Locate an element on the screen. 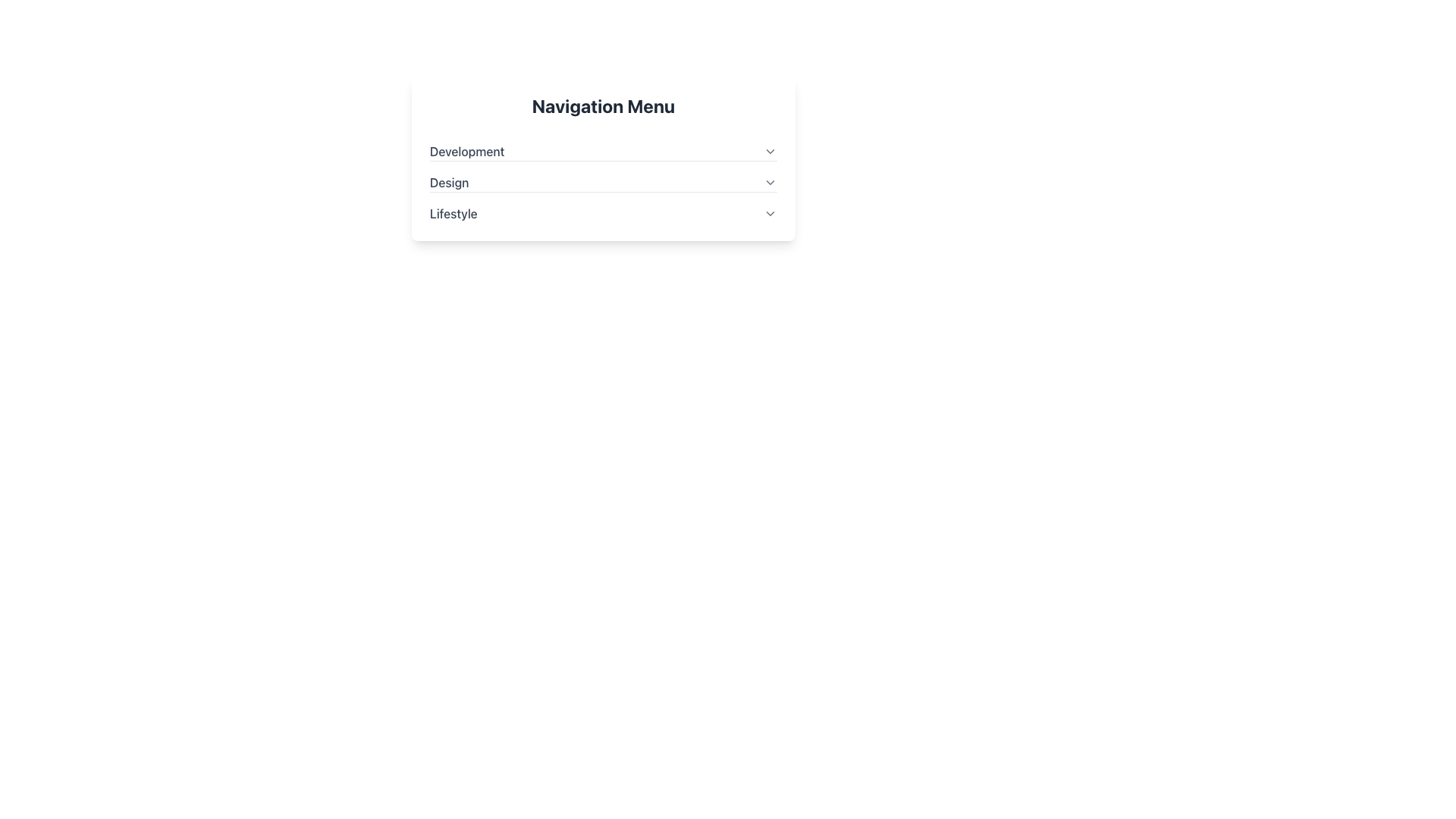 This screenshot has width=1456, height=819. the 'Lifestyle' Dropdown Trigger element in the vertical navigation menu is located at coordinates (603, 213).